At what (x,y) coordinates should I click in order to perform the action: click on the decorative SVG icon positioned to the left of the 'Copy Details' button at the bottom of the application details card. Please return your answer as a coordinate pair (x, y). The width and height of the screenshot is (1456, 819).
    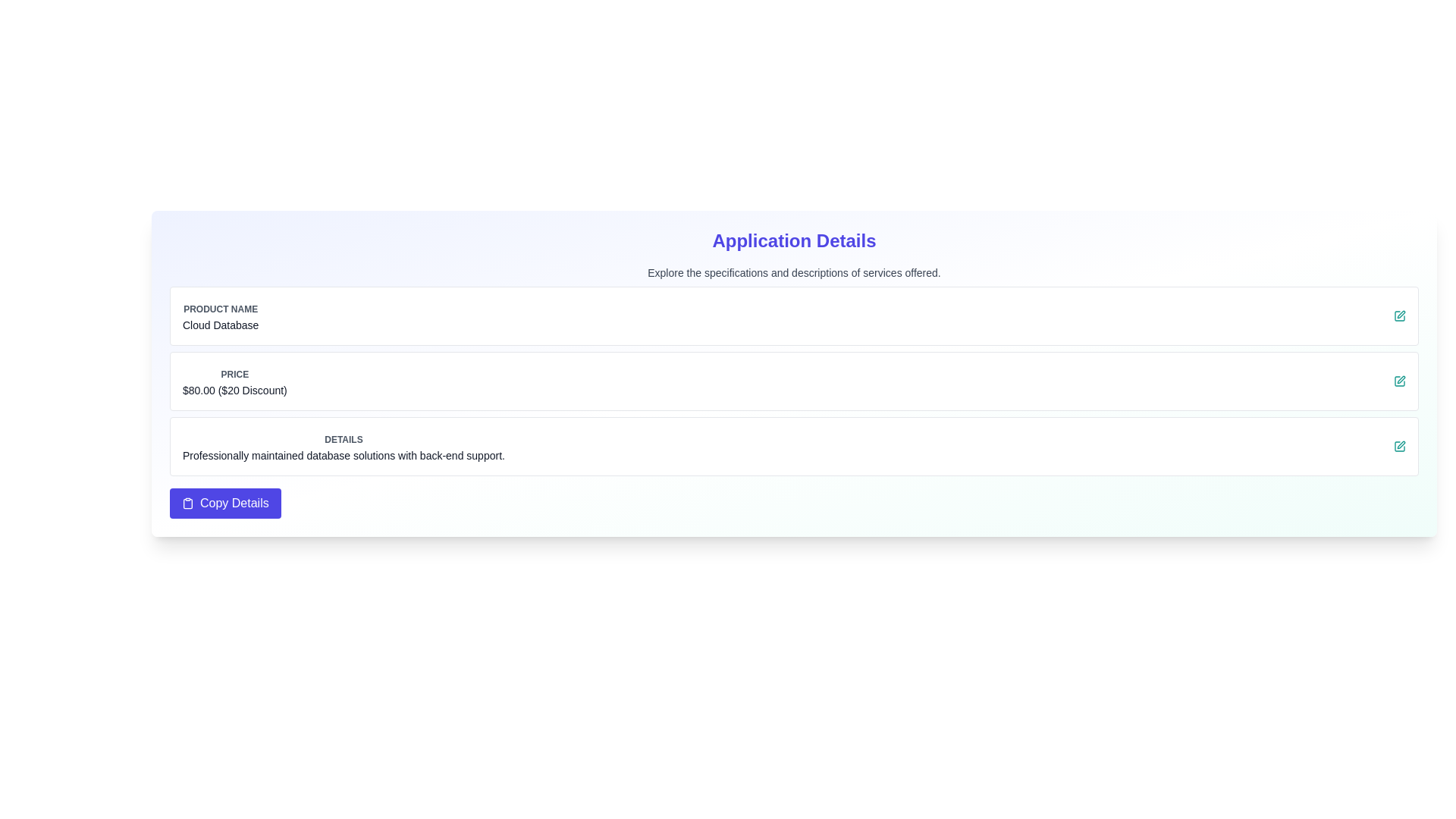
    Looking at the image, I should click on (187, 503).